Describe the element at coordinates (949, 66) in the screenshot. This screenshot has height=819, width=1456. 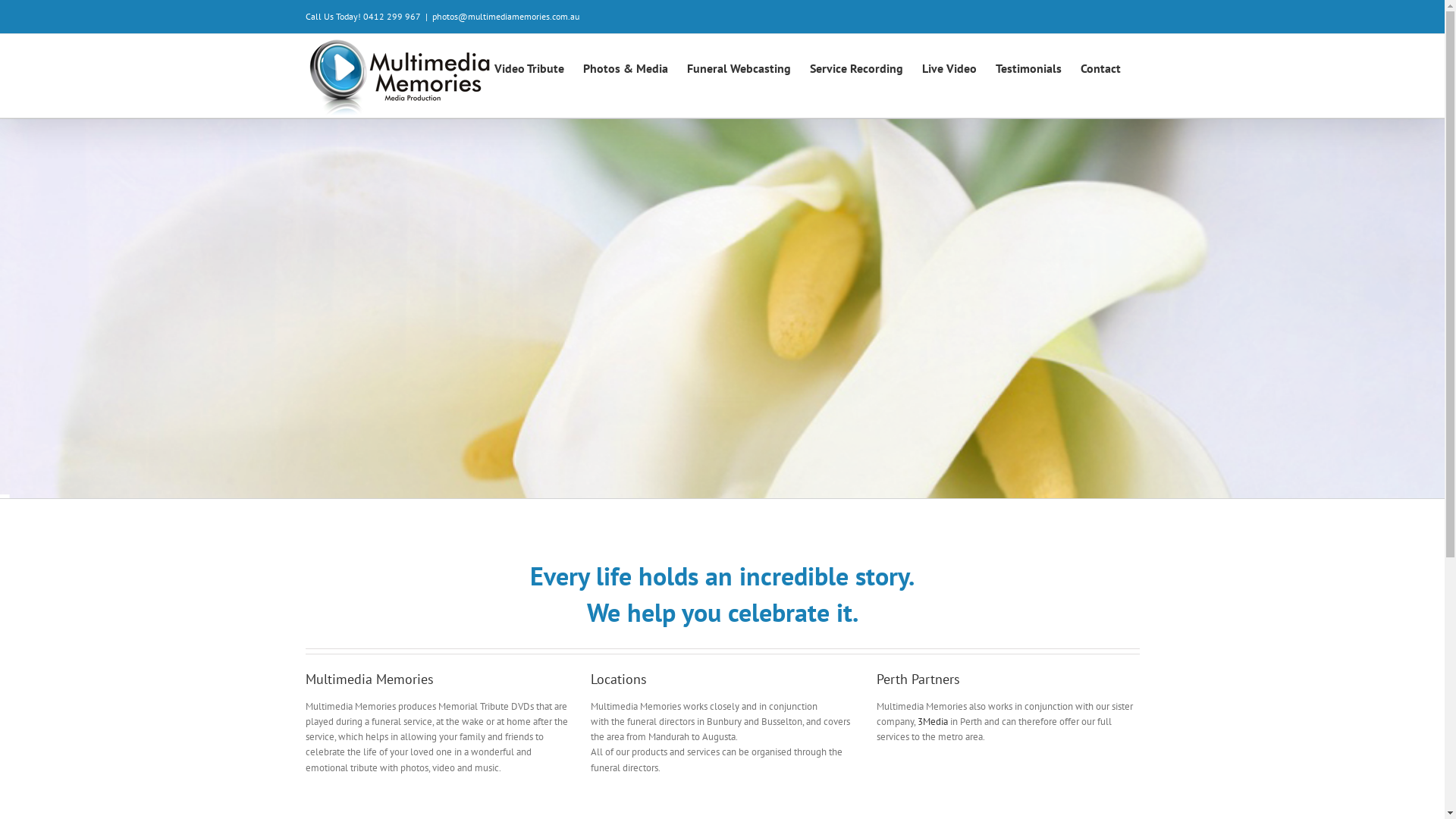
I see `'Live Video'` at that location.